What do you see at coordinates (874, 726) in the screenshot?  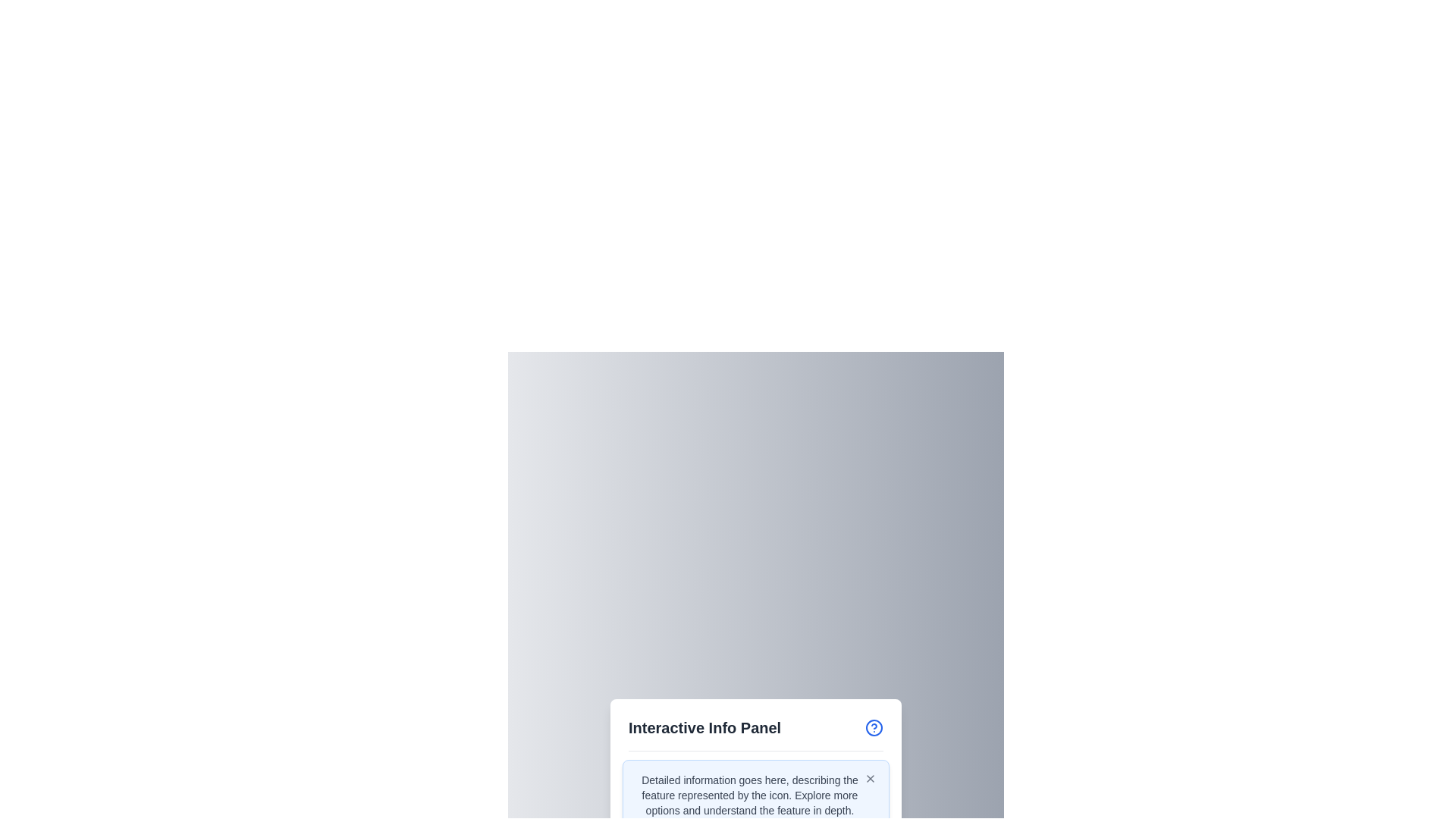 I see `the help icon located in the top-right corner of the 'Interactive Info Panel'` at bounding box center [874, 726].